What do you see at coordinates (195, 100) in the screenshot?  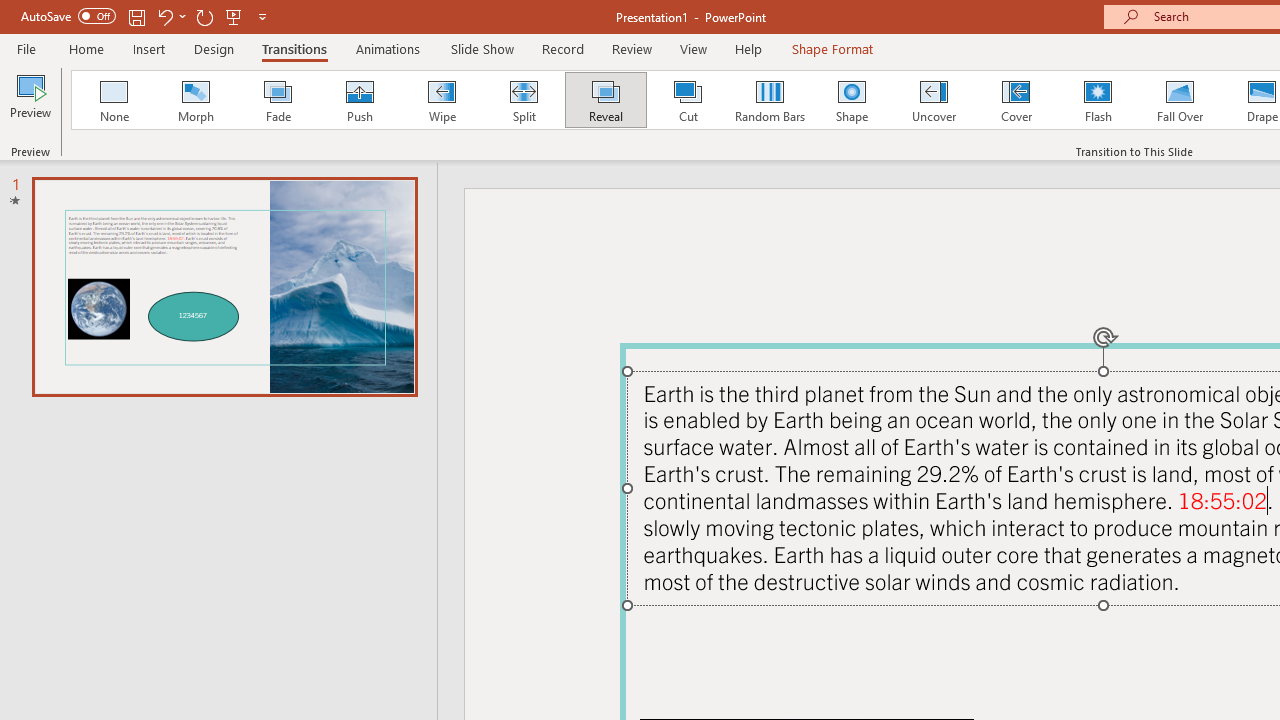 I see `'Morph'` at bounding box center [195, 100].